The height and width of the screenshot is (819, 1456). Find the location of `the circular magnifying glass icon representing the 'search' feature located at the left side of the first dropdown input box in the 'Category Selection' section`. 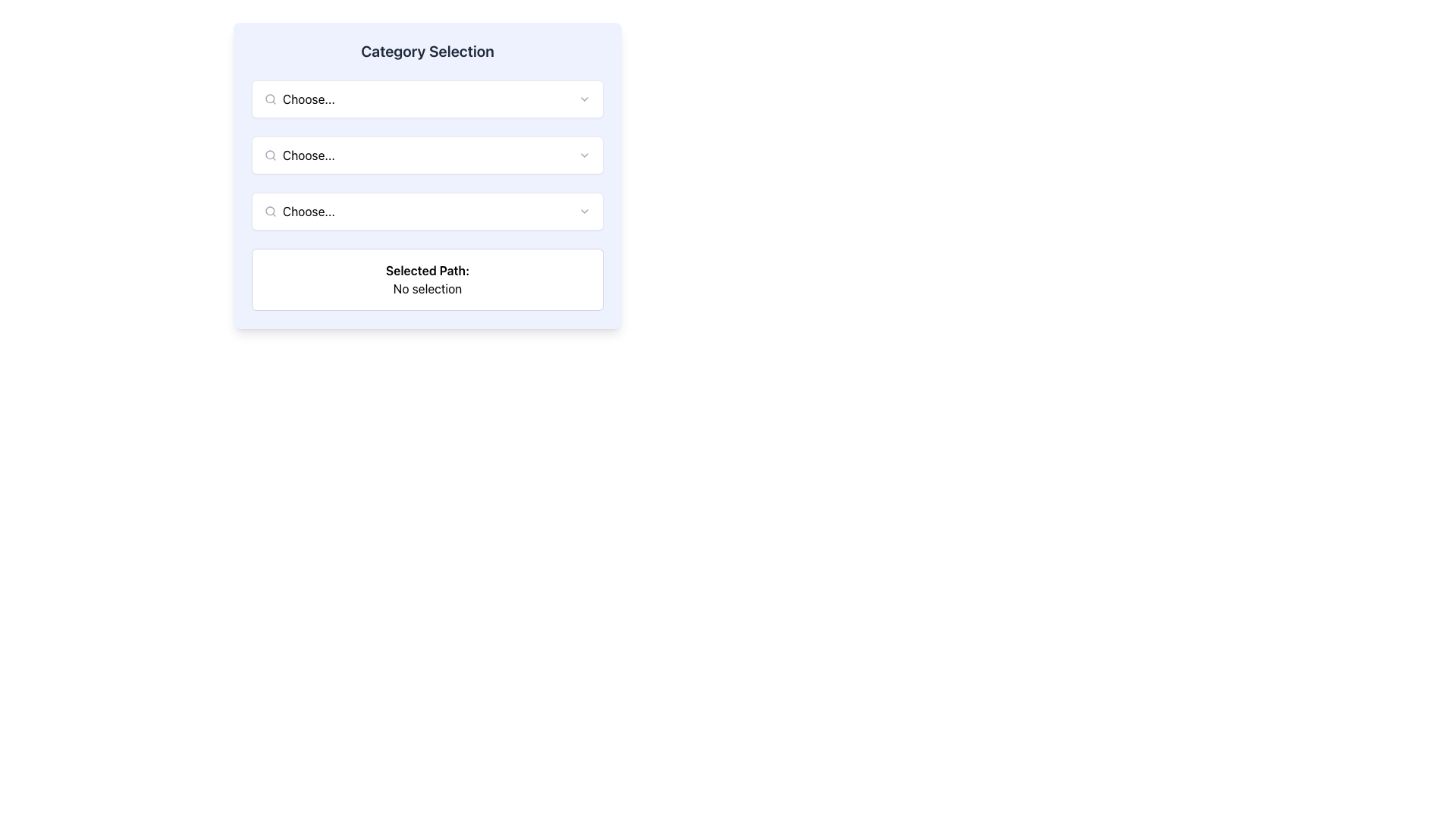

the circular magnifying glass icon representing the 'search' feature located at the left side of the first dropdown input box in the 'Category Selection' section is located at coordinates (270, 99).